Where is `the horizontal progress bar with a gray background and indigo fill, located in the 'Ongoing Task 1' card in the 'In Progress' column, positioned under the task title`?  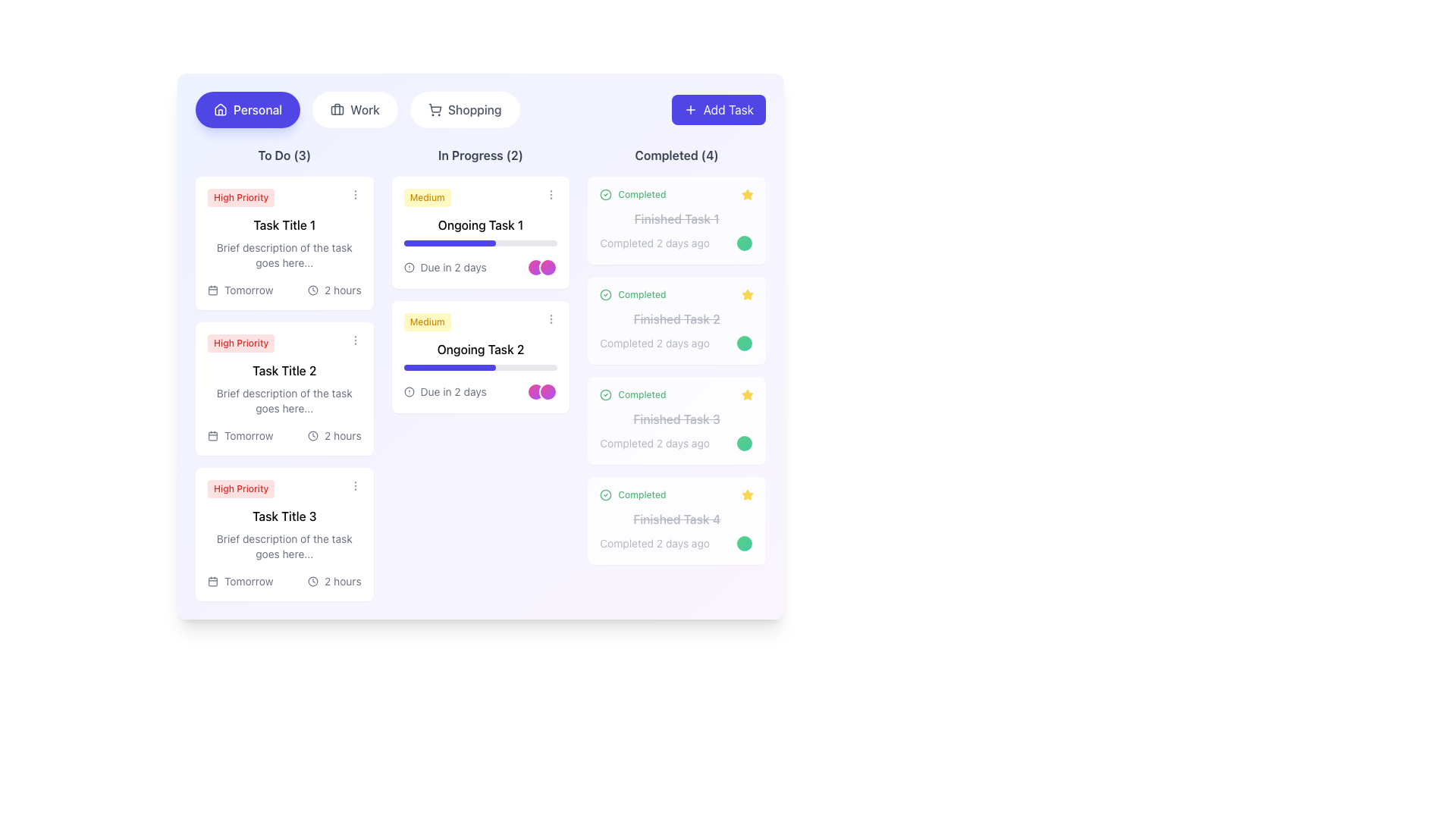
the horizontal progress bar with a gray background and indigo fill, located in the 'Ongoing Task 1' card in the 'In Progress' column, positioned under the task title is located at coordinates (479, 242).